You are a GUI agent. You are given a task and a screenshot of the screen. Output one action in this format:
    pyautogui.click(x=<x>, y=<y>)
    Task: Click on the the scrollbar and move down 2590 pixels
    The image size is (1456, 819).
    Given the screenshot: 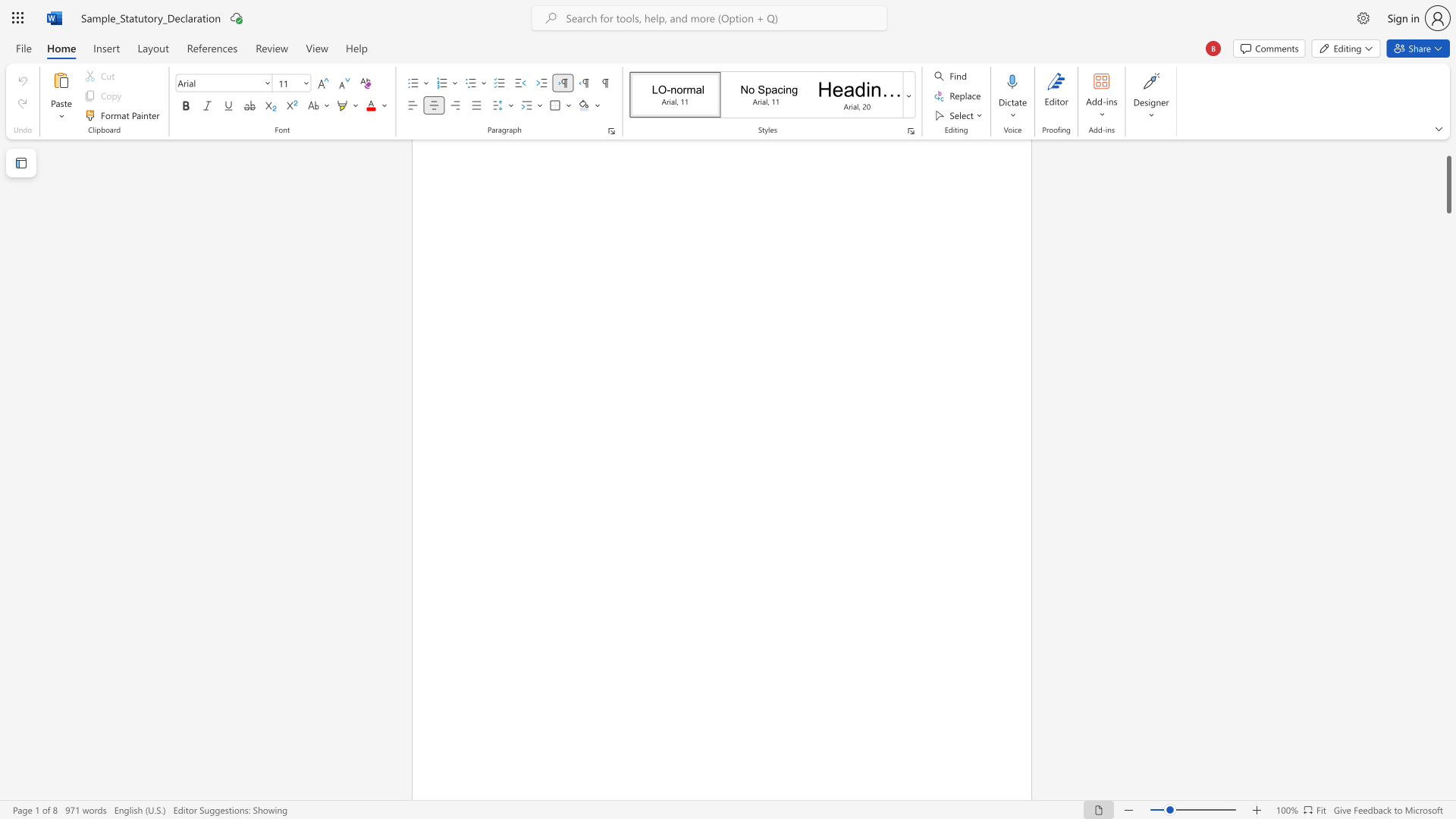 What is the action you would take?
    pyautogui.click(x=1448, y=184)
    